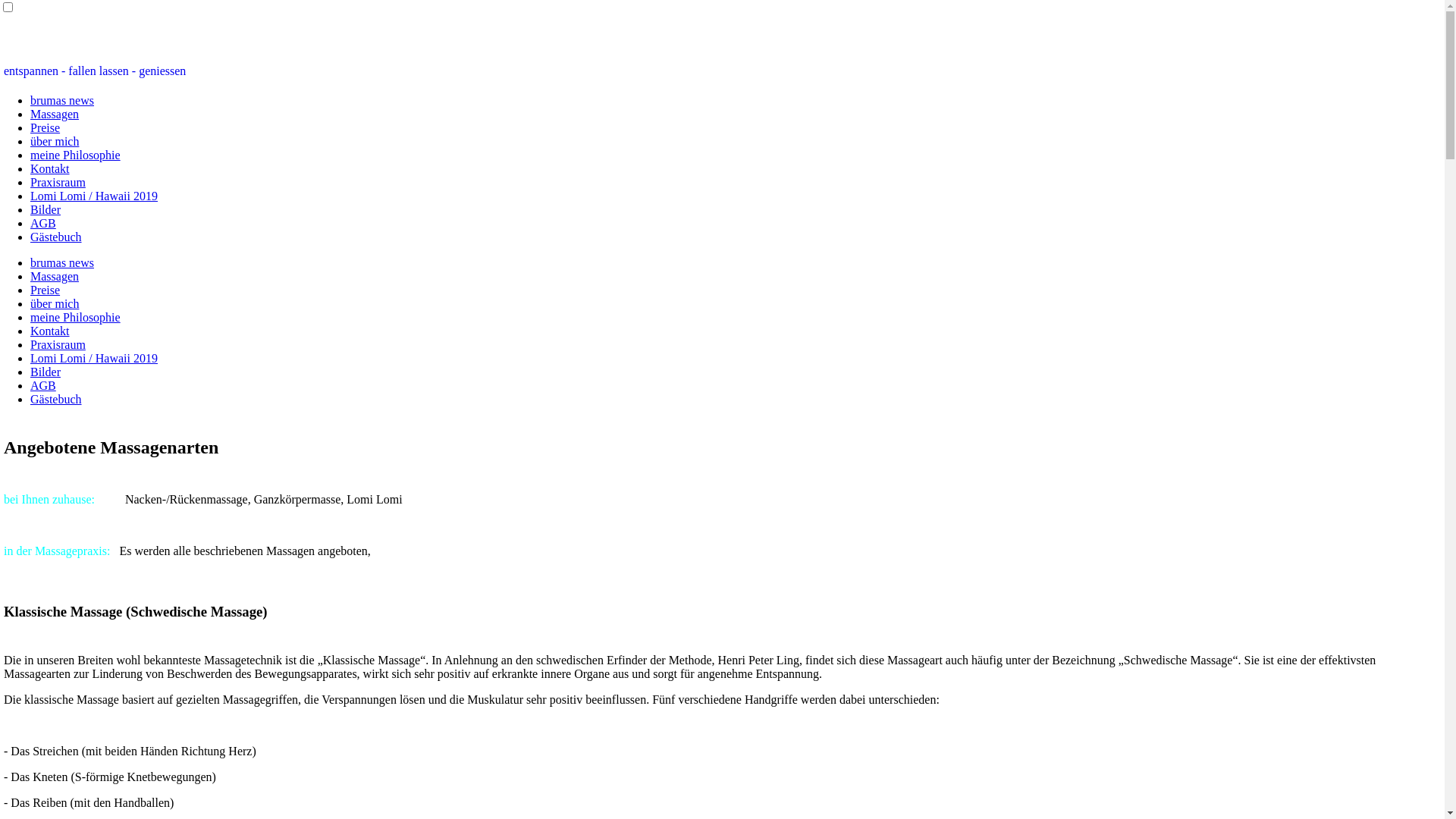 This screenshot has width=1456, height=819. Describe the element at coordinates (74, 316) in the screenshot. I see `'meine Philosophie'` at that location.